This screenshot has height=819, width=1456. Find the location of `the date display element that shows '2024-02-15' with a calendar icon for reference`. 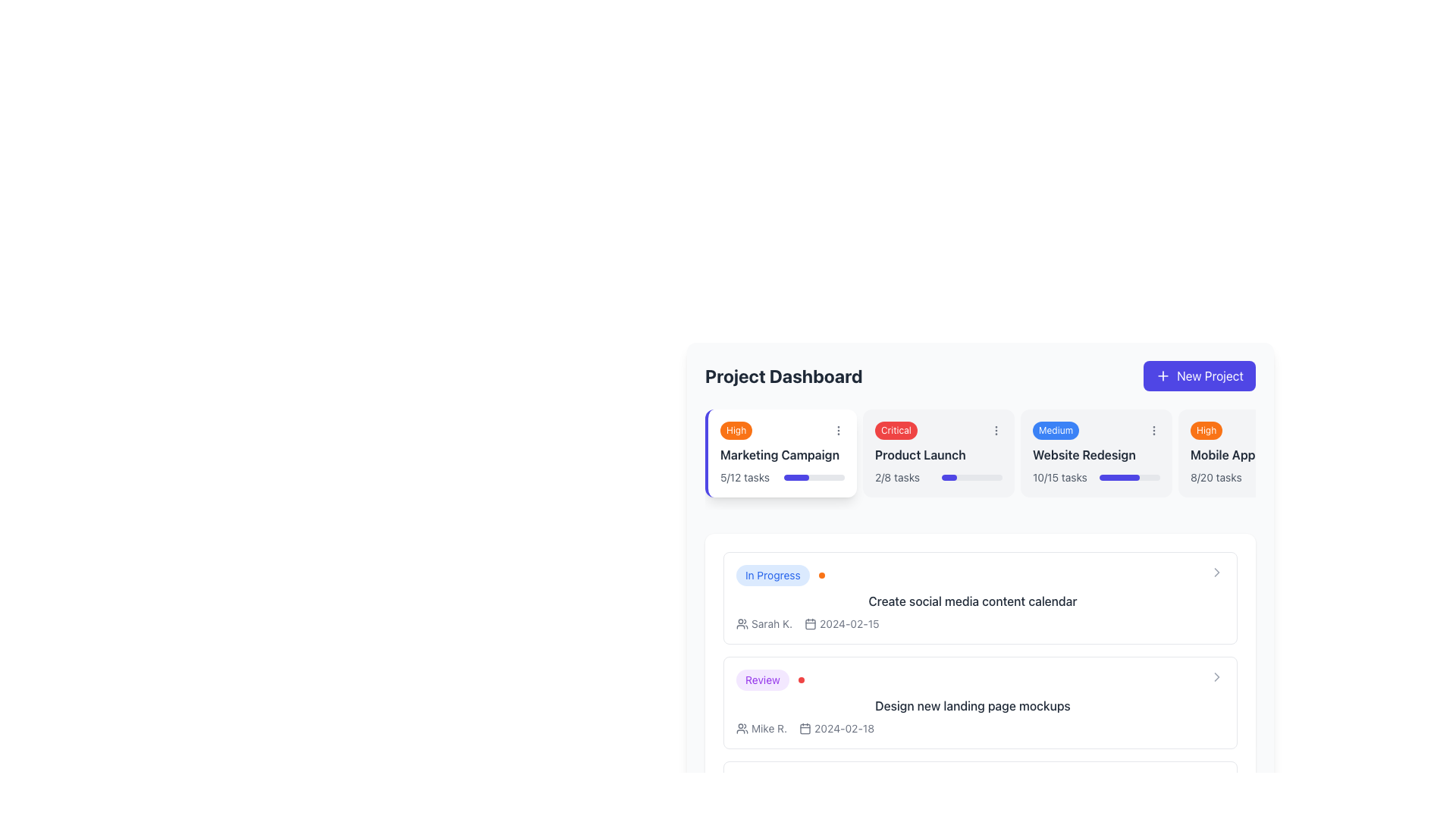

the date display element that shows '2024-02-15' with a calendar icon for reference is located at coordinates (841, 623).